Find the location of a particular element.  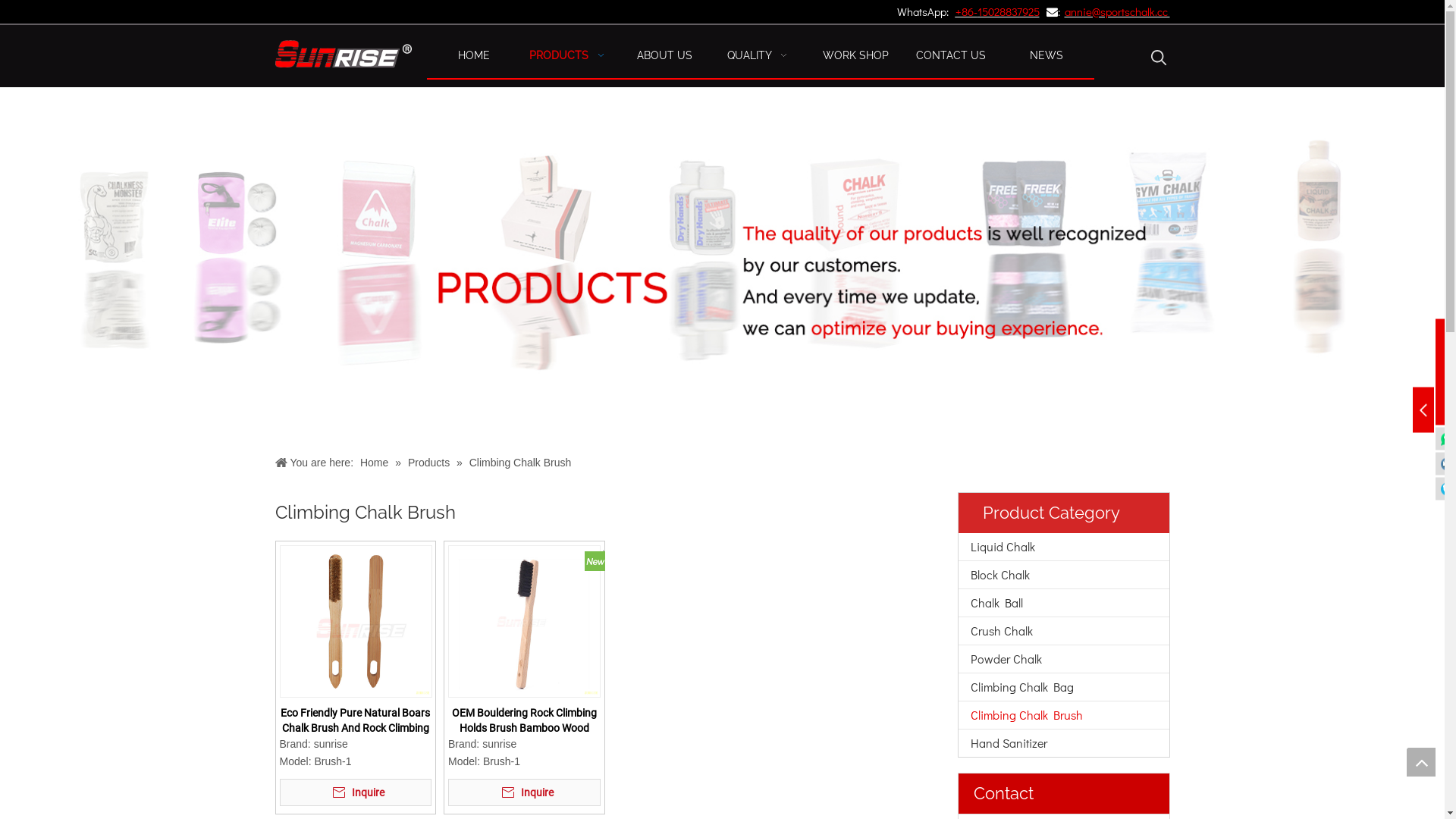

'sunrise-inc-logo' is located at coordinates (341, 52).